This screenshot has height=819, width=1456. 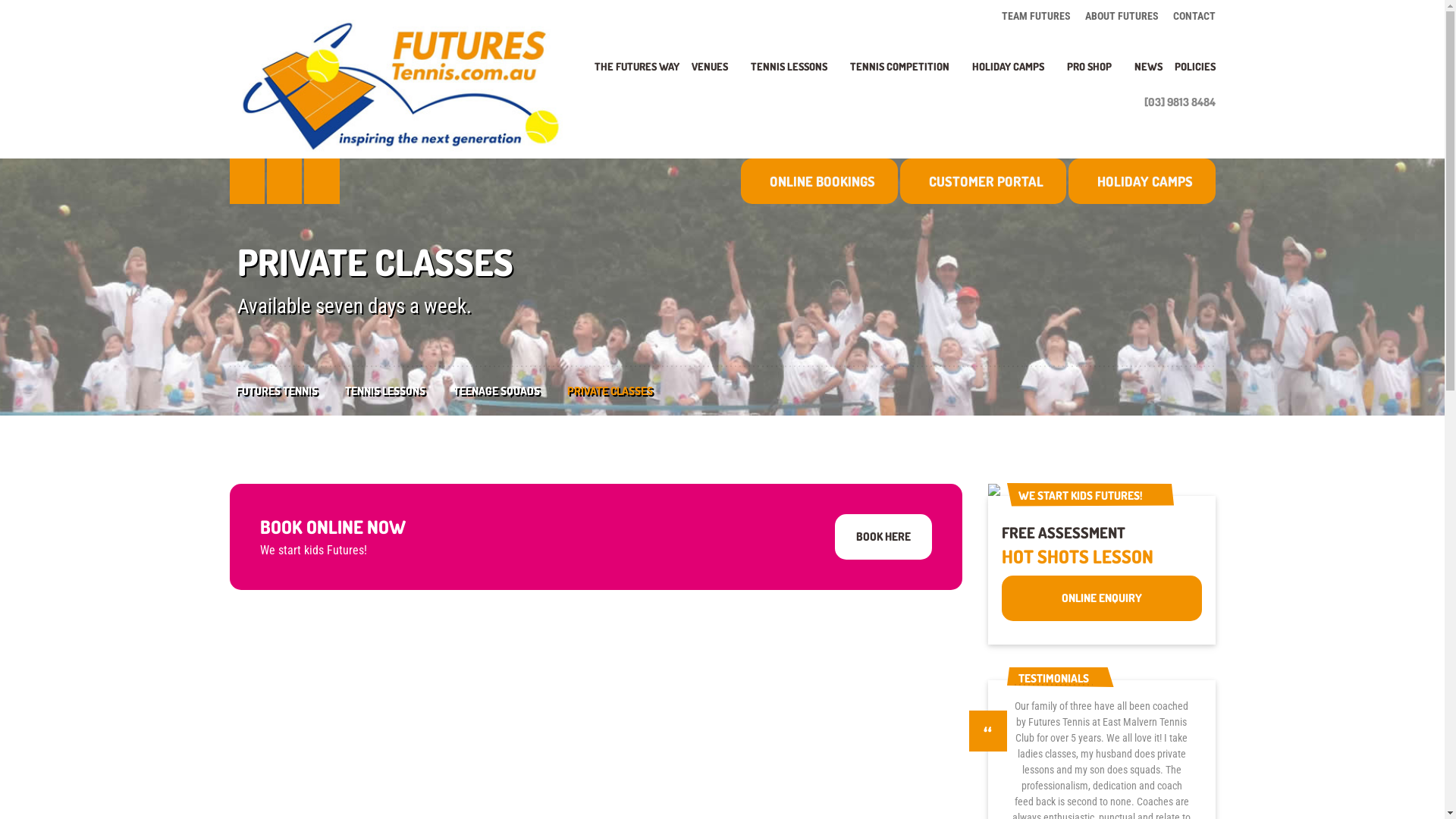 I want to click on '[03] 9813 8484', so click(x=1175, y=101).